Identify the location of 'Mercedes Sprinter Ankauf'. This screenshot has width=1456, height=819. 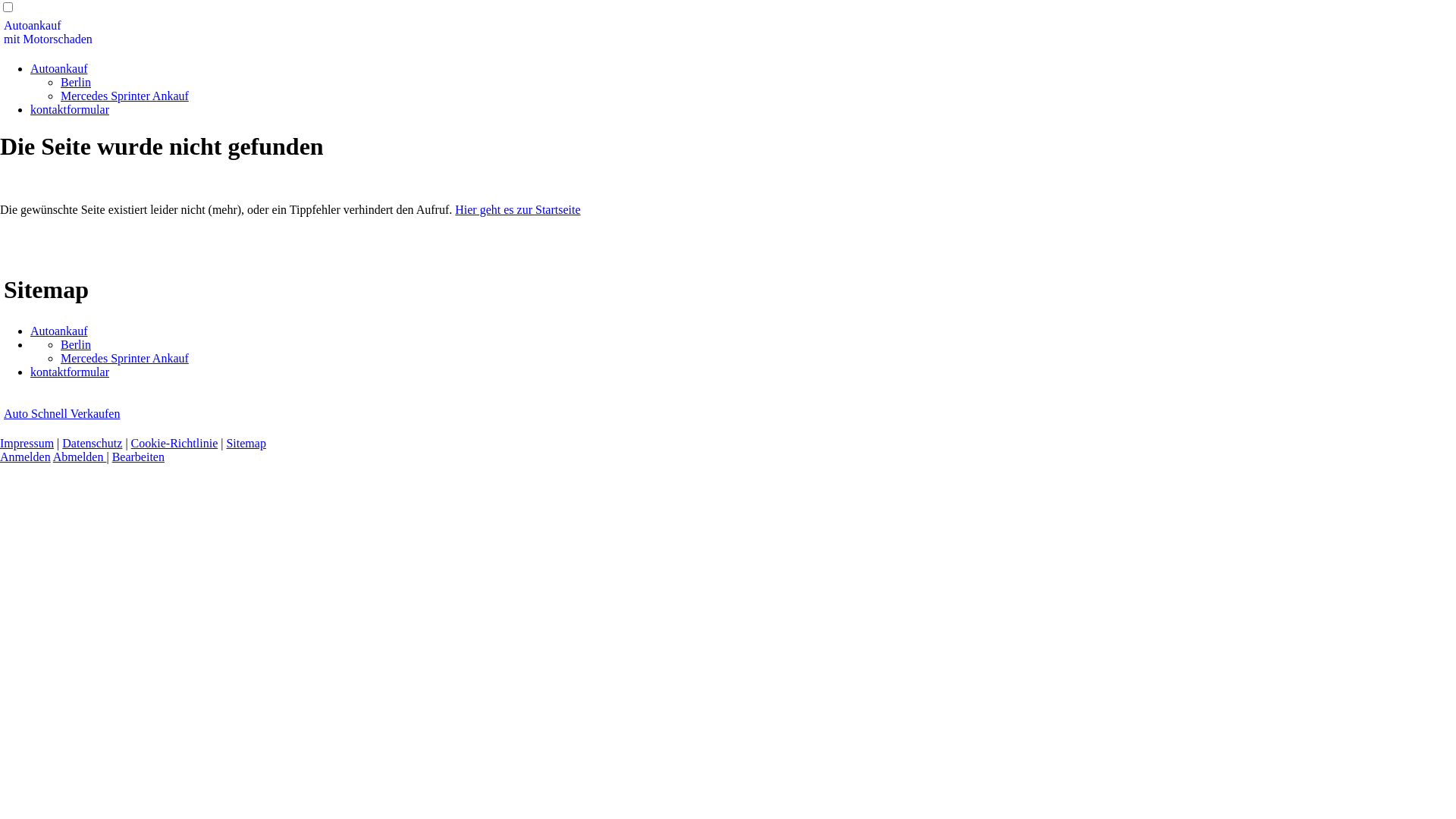
(124, 358).